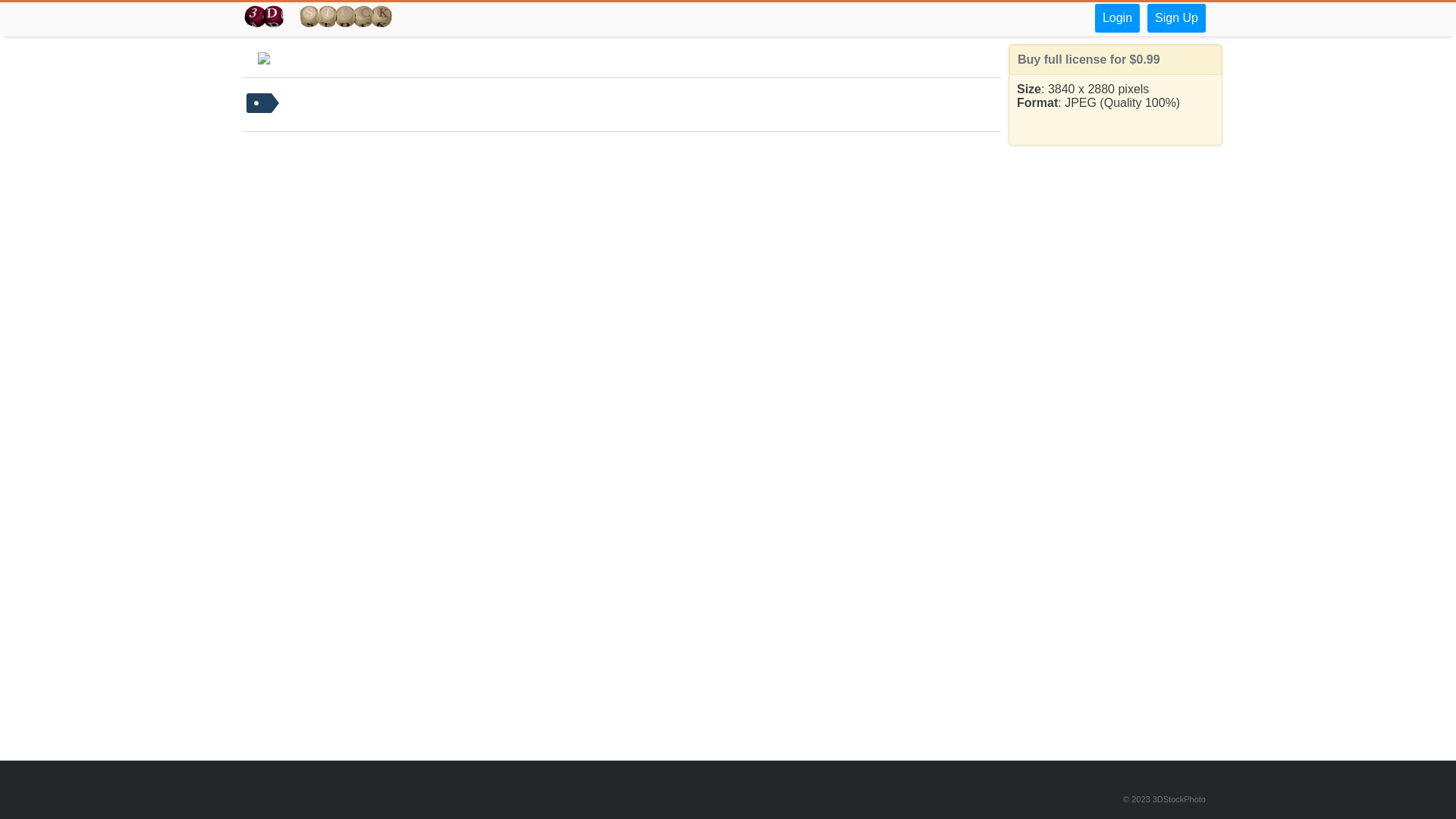  What do you see at coordinates (318, 17) in the screenshot?
I see `'$1 3D stock photos of texts, icons, and backgrounds'` at bounding box center [318, 17].